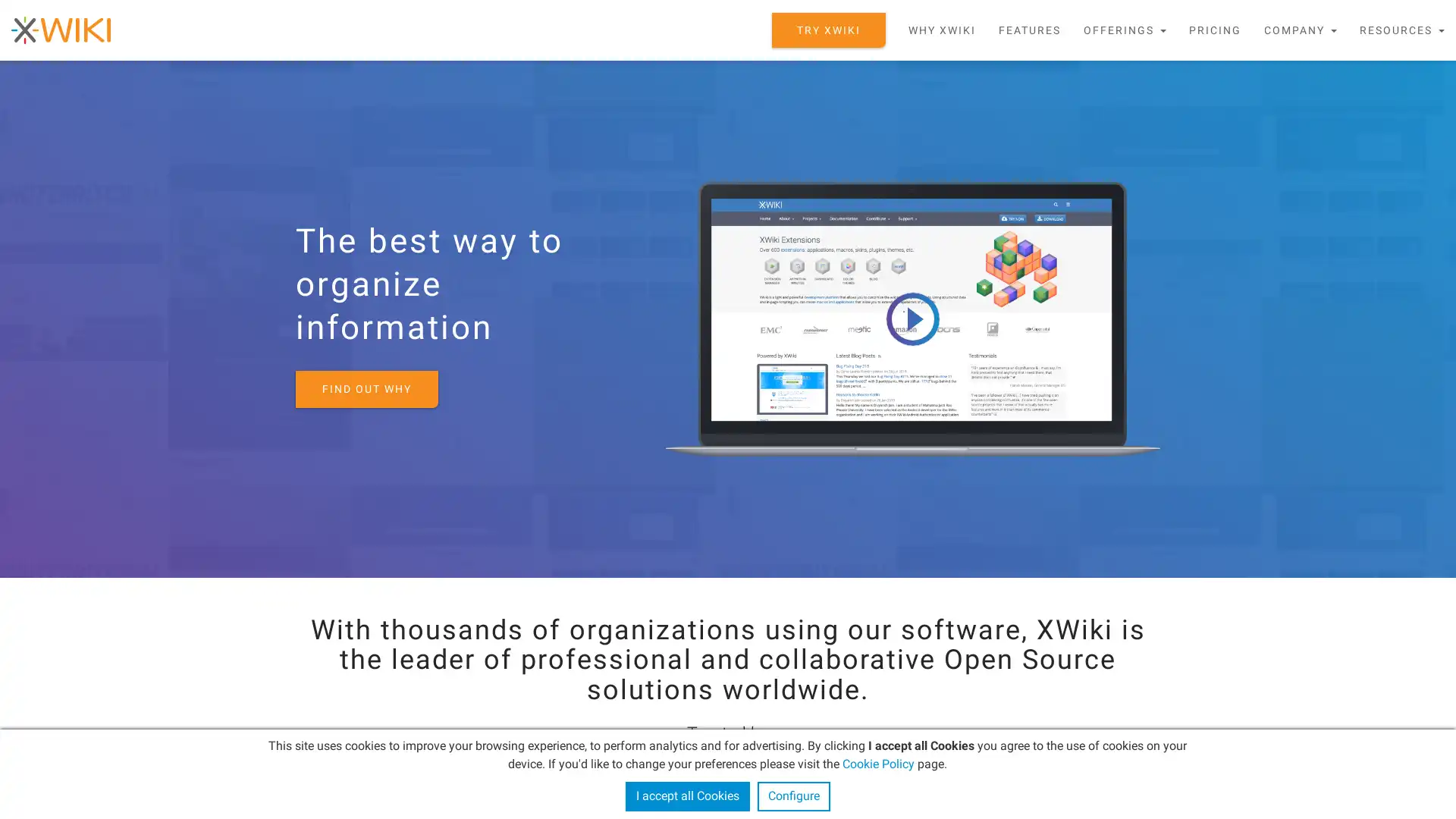 The height and width of the screenshot is (819, 1456). Describe the element at coordinates (686, 795) in the screenshot. I see `I accept all Cookies` at that location.